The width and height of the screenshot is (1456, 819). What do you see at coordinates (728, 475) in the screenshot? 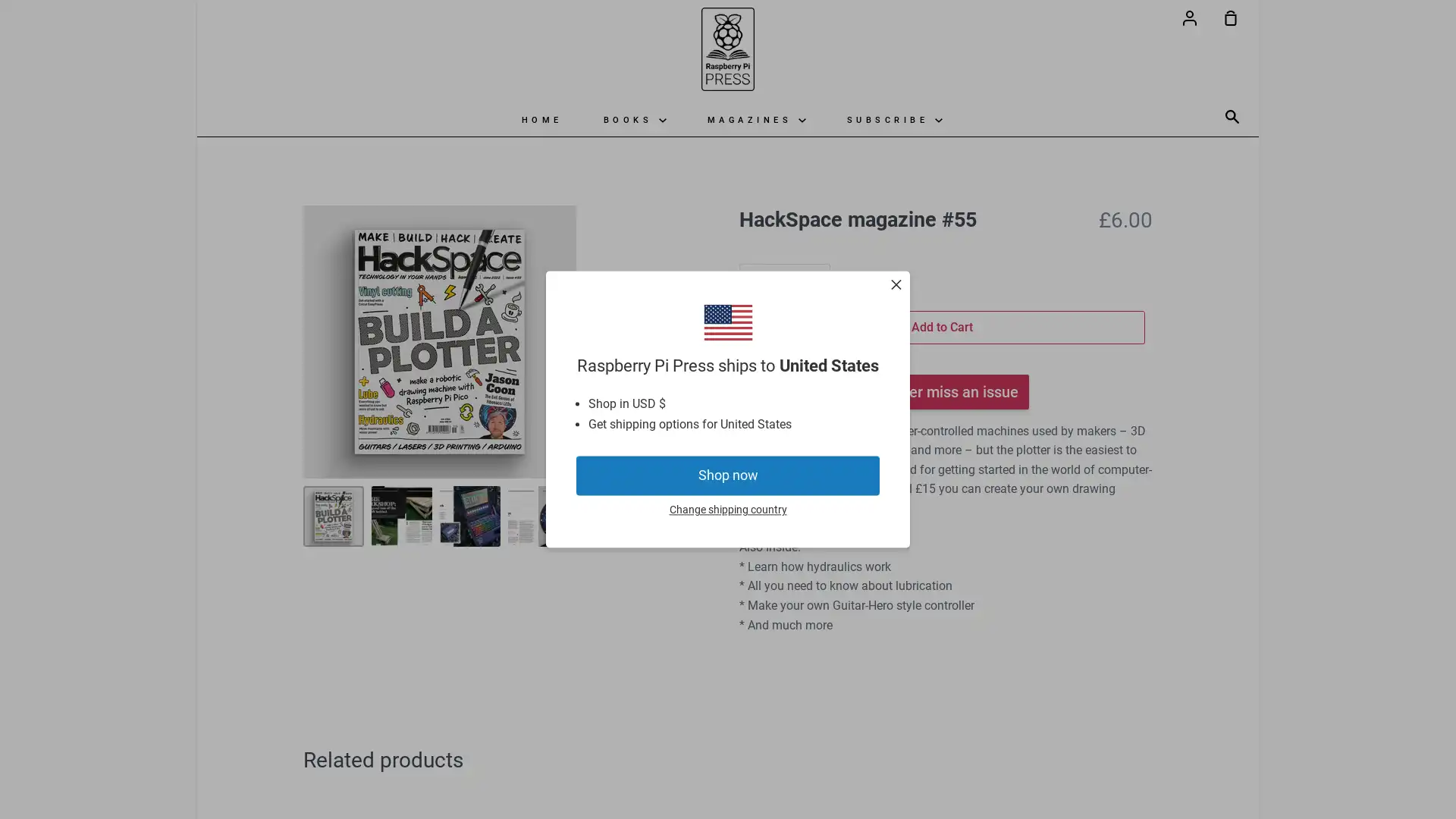
I see `Shop now` at bounding box center [728, 475].